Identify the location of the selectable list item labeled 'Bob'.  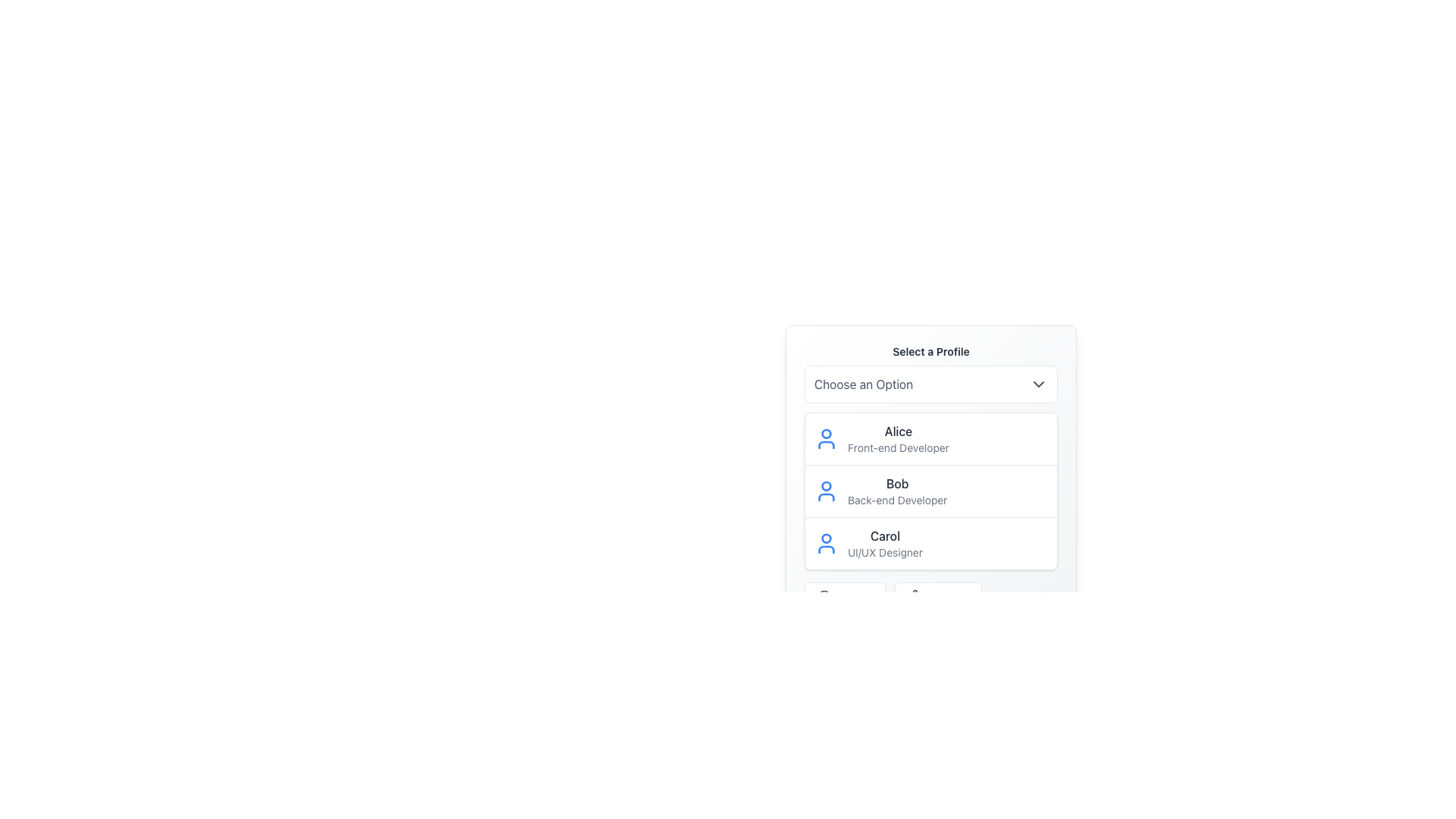
(930, 476).